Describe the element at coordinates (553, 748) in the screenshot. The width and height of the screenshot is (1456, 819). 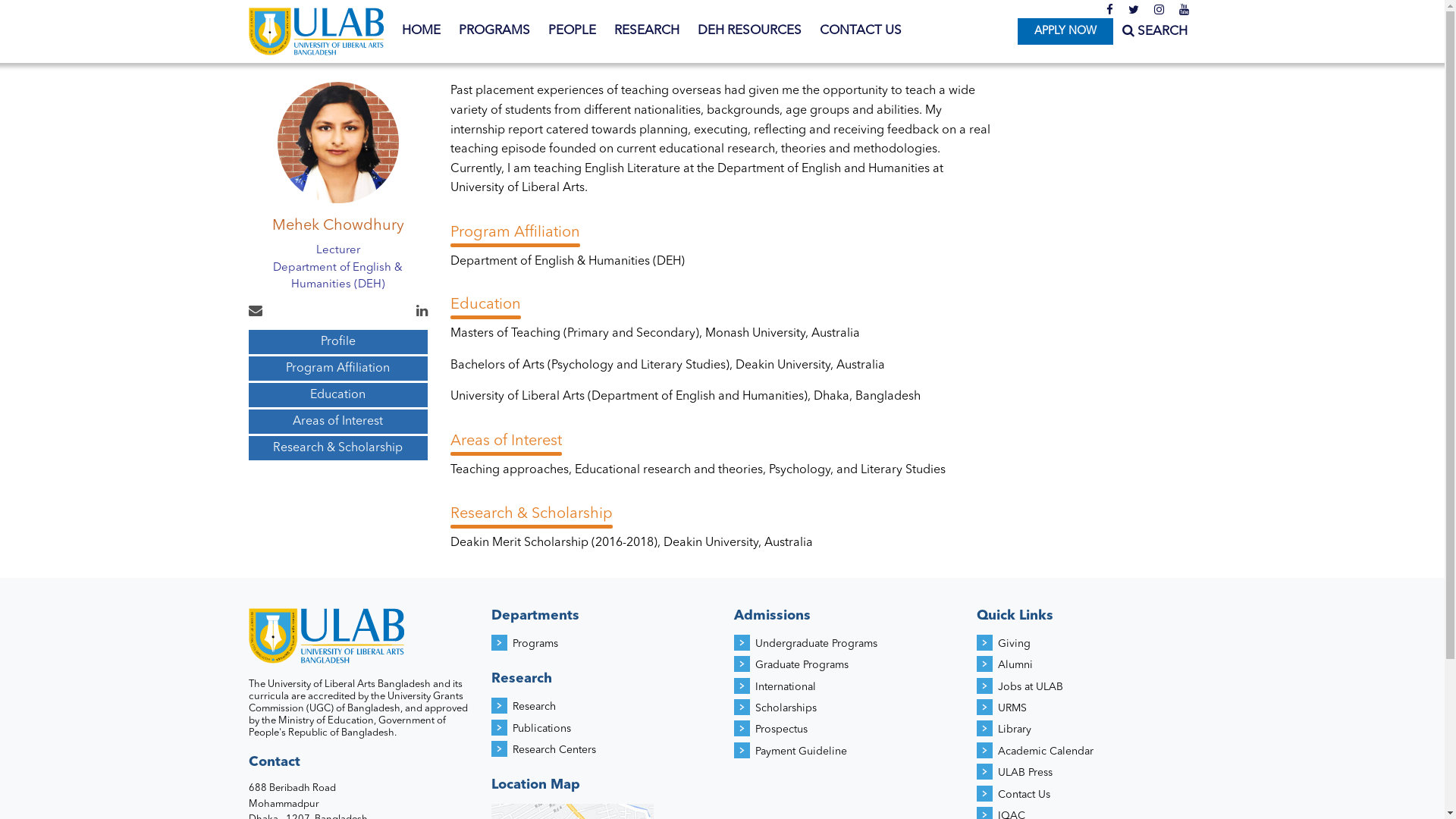
I see `'Research Centers'` at that location.